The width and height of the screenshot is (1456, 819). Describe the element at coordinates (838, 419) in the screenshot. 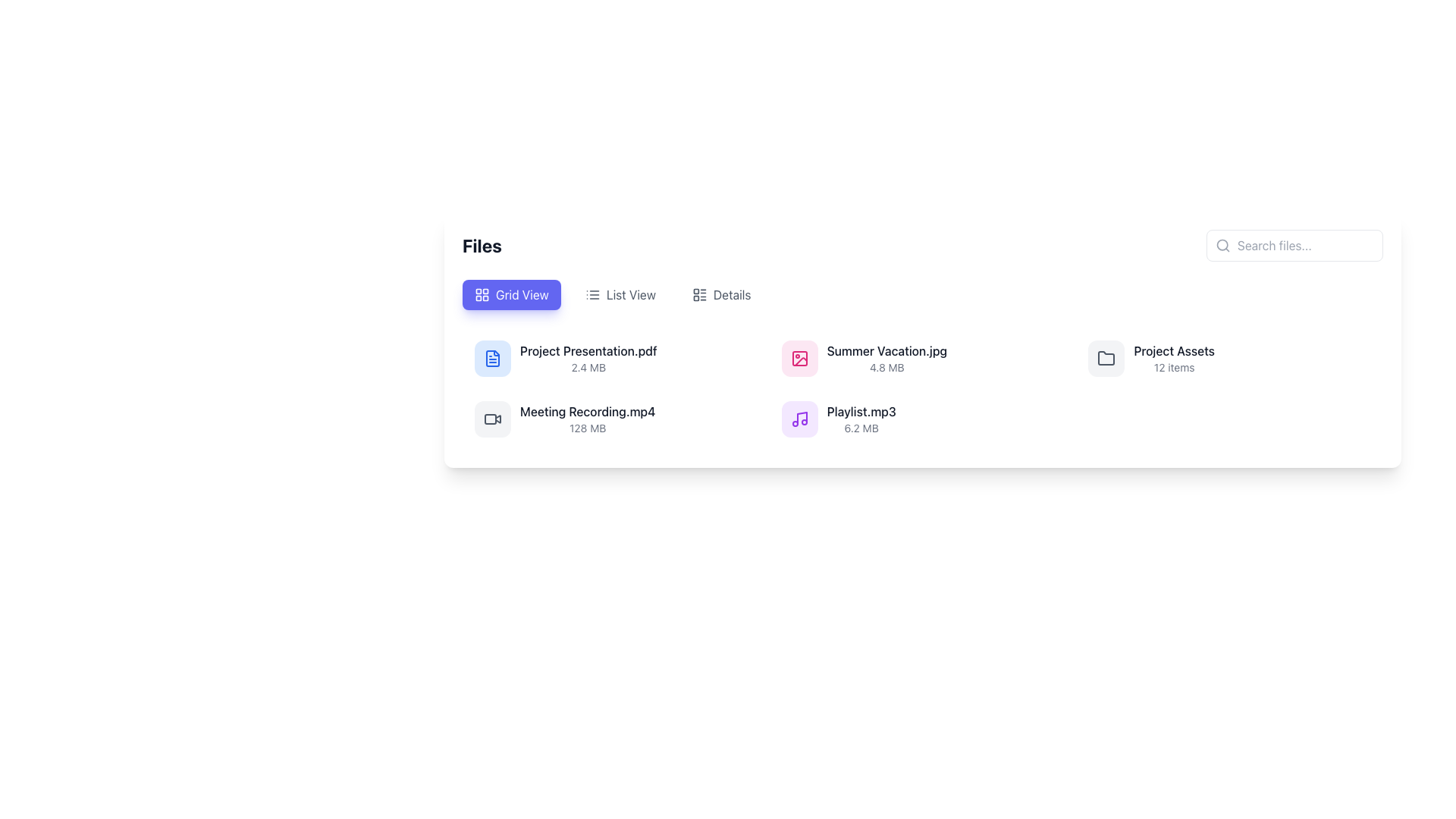

I see `the file entry component displaying 'Playlist.mp3' with a music icon, which is the fourth item in the file list` at that location.